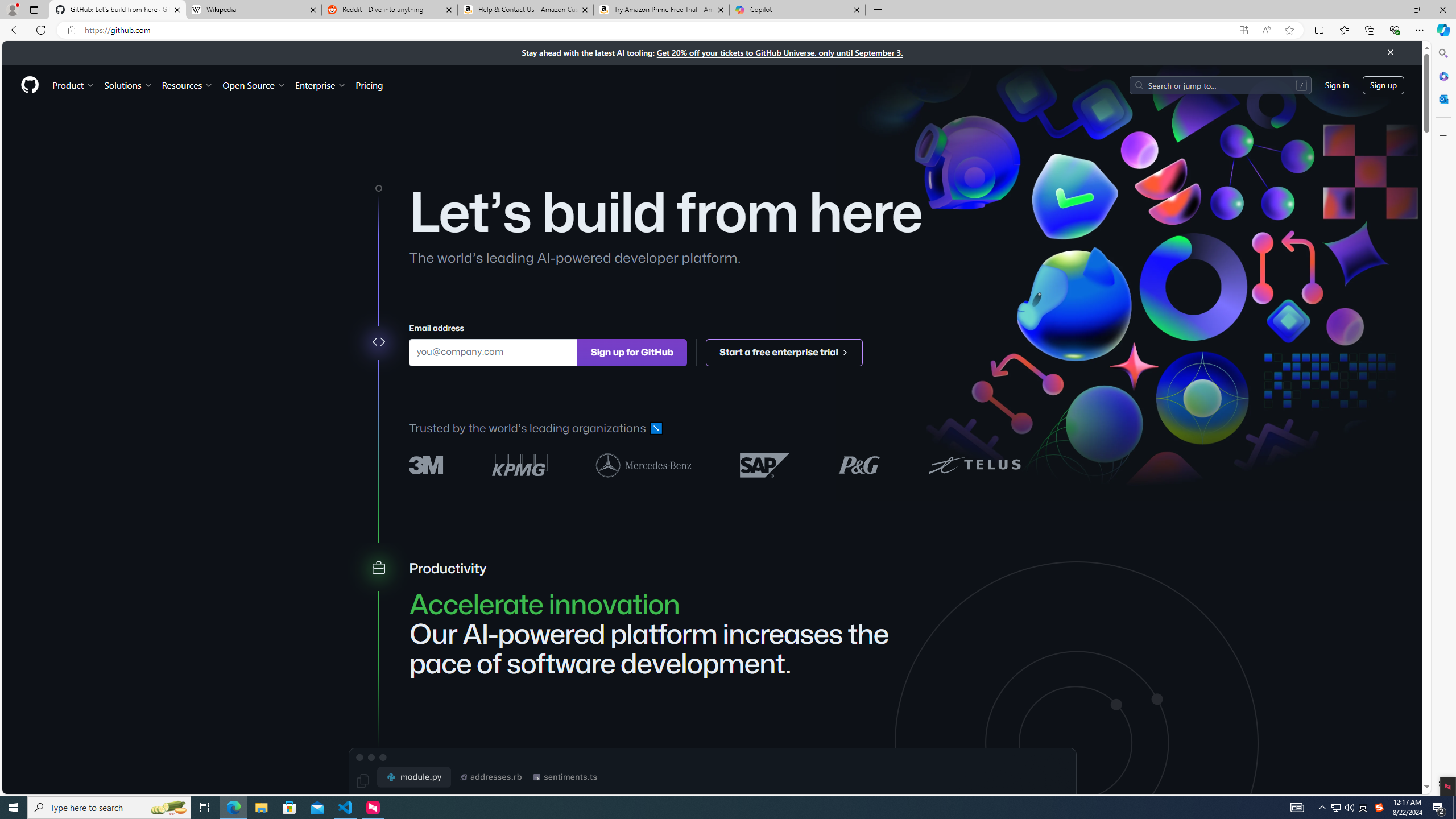 This screenshot has height=819, width=1456. What do you see at coordinates (631, 351) in the screenshot?
I see `'Sign up for GitHub'` at bounding box center [631, 351].